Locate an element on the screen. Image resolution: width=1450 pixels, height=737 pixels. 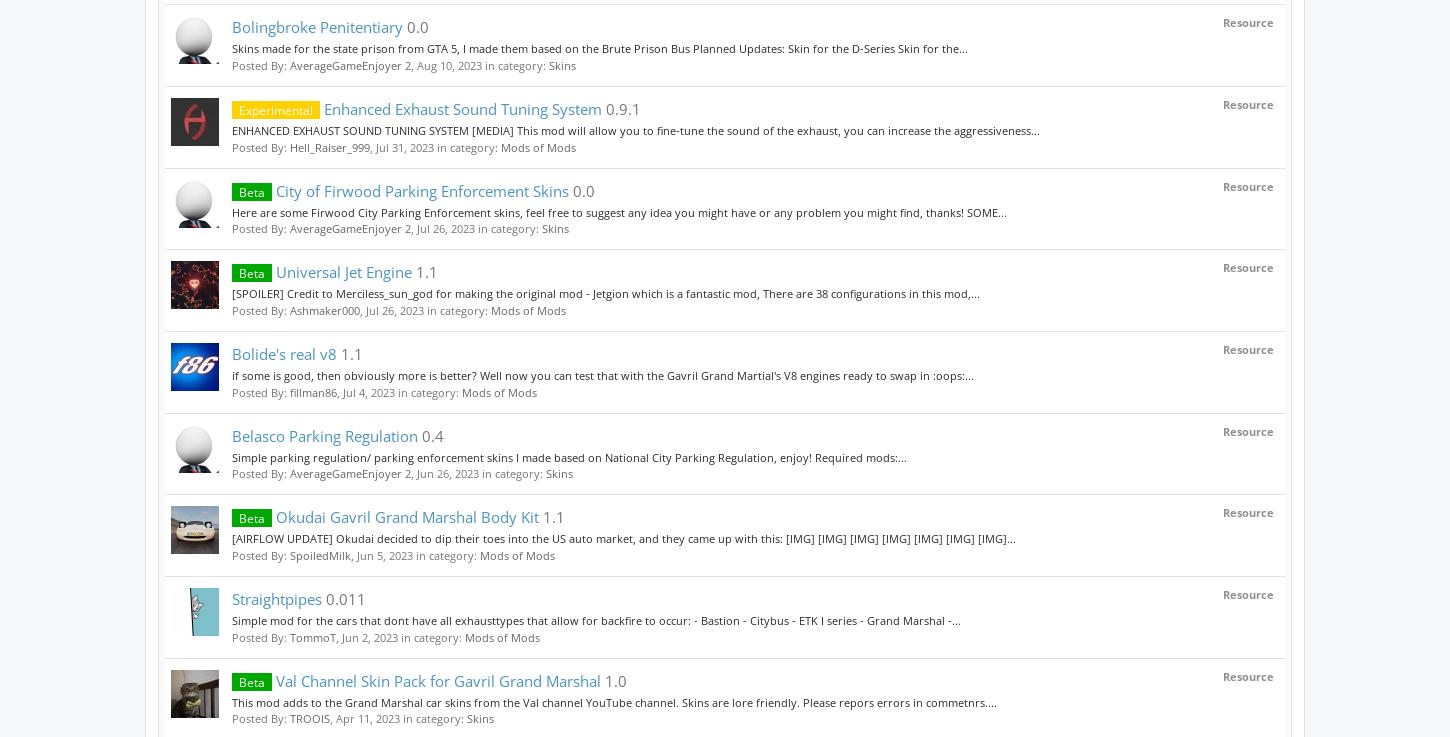
'Aug 10, 2023' is located at coordinates (448, 64).